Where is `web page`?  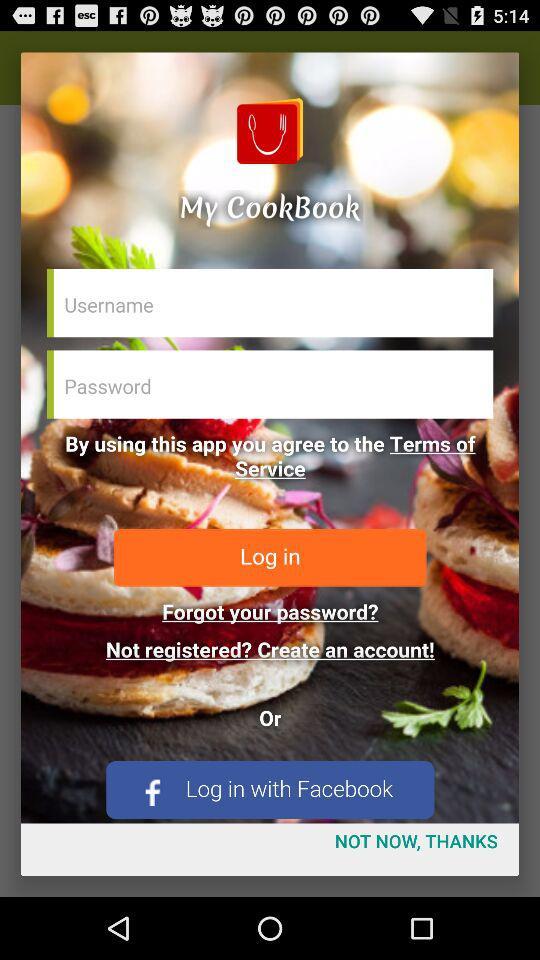
web page is located at coordinates (270, 437).